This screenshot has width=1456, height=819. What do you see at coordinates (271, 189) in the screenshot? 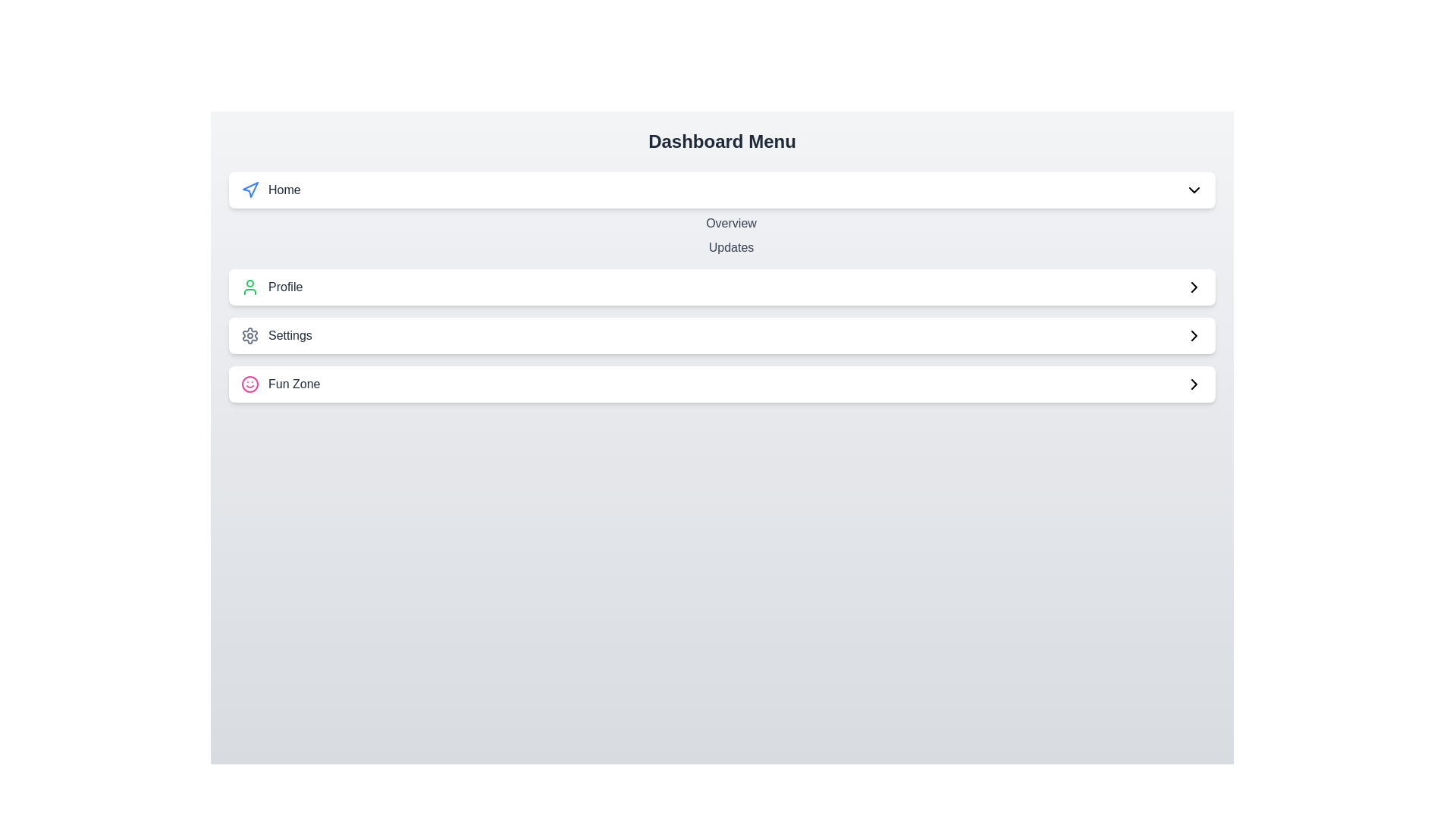
I see `the first option in the navigation menu, which serves as a link to the 'Home' section` at bounding box center [271, 189].